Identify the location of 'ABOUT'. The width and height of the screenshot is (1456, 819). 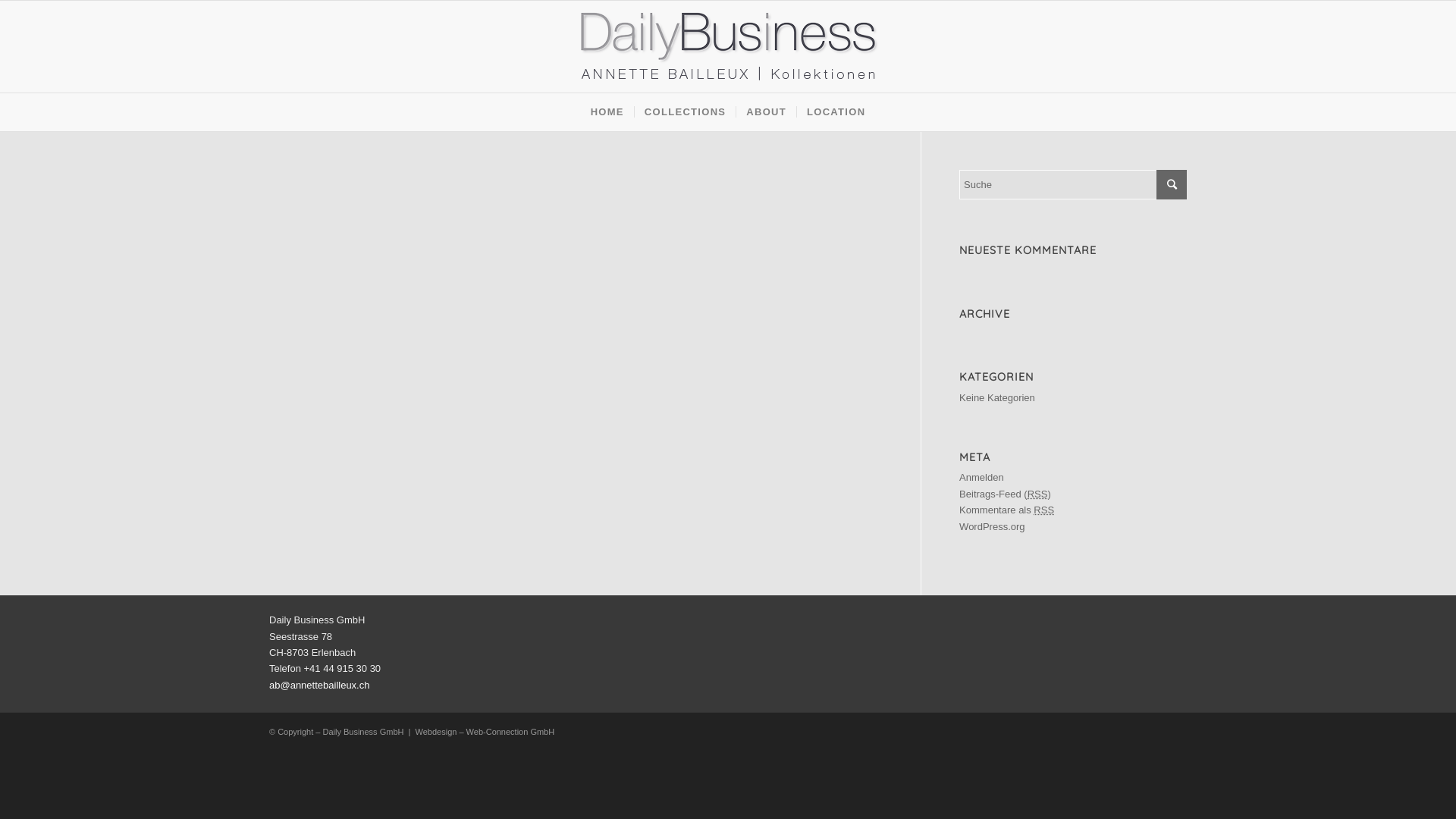
(765, 111).